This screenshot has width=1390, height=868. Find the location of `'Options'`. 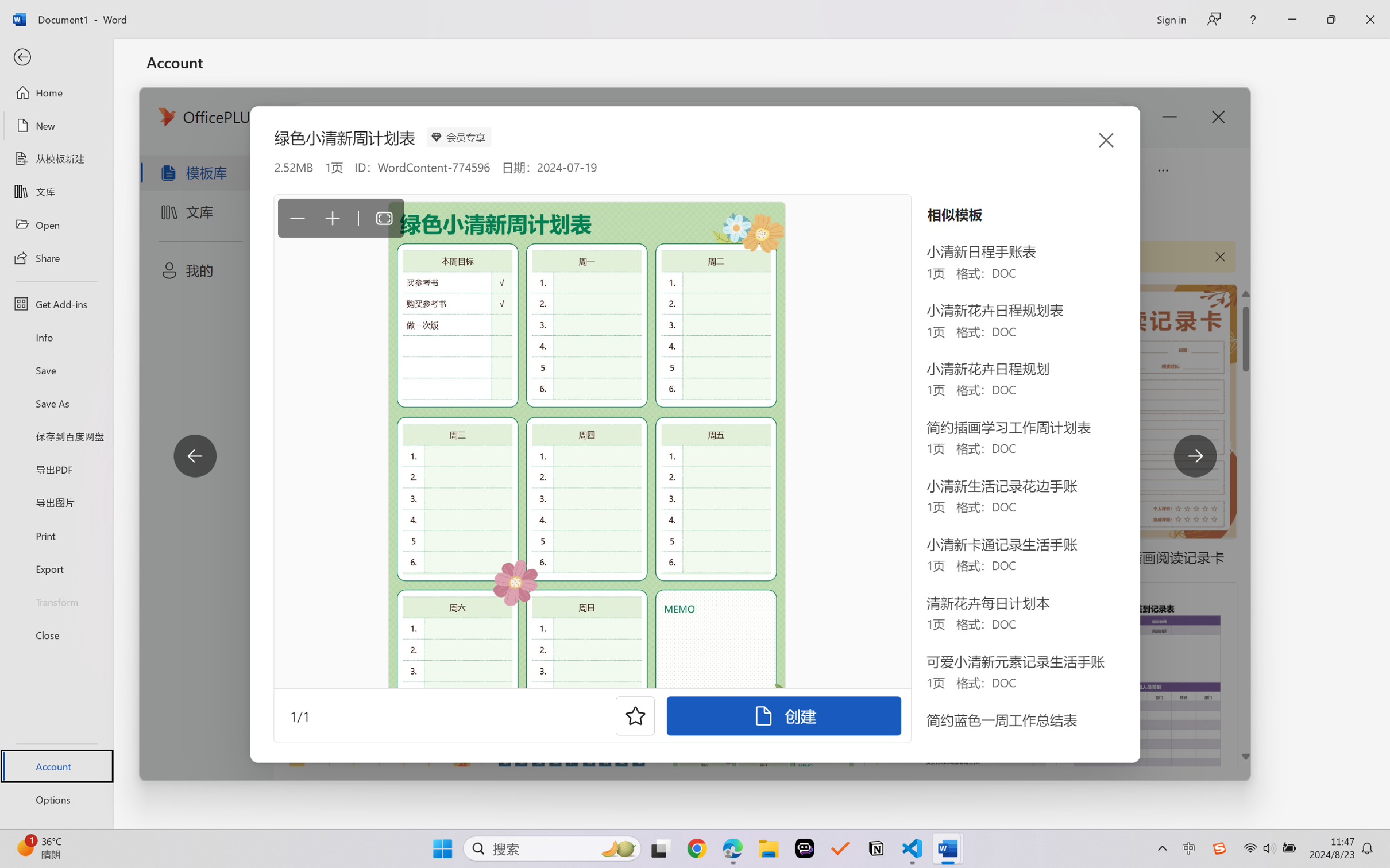

'Options' is located at coordinates (56, 799).